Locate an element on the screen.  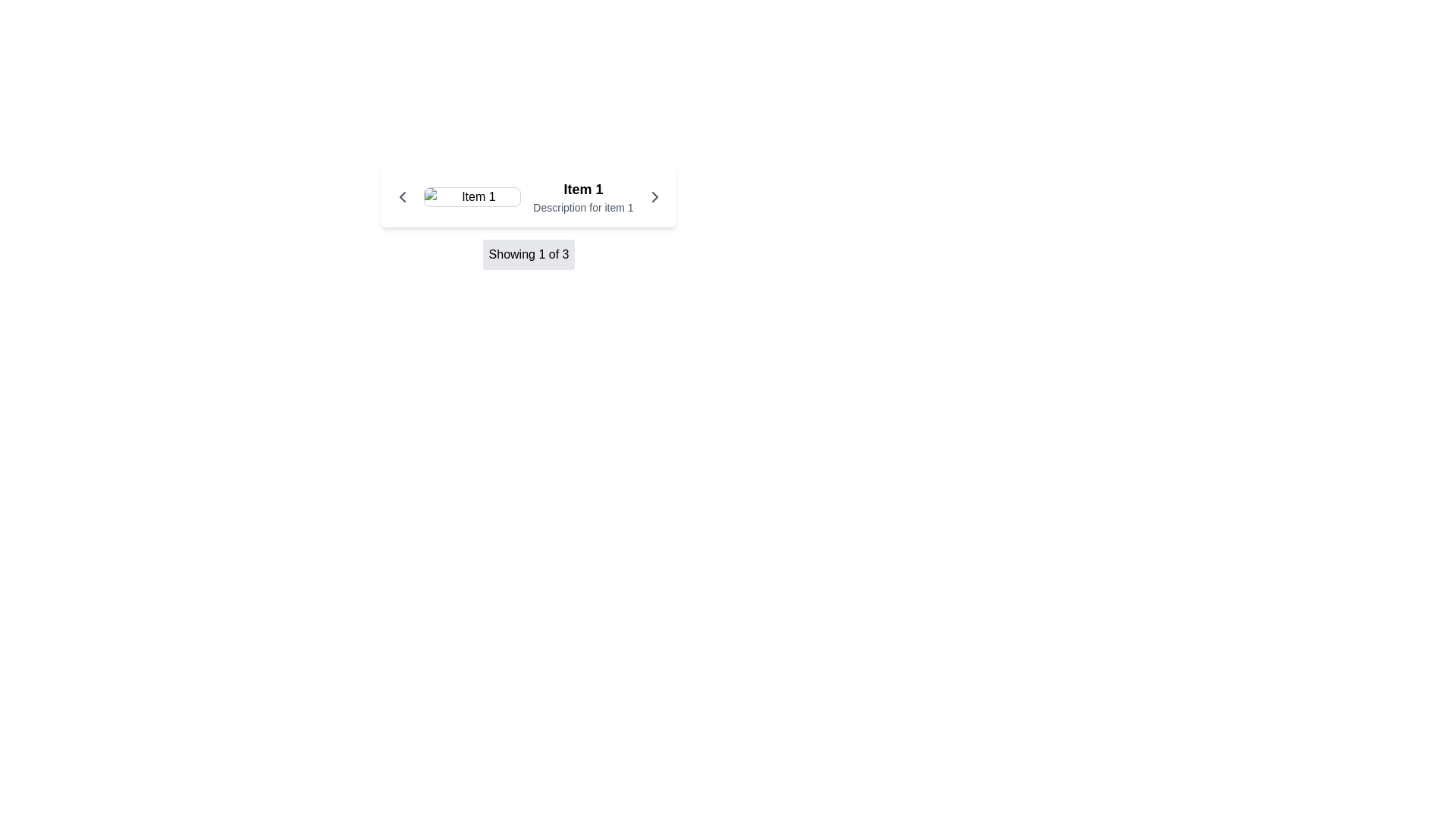
information displayed in the label element that shows 'Showing 1 of 3' located in a light gray rounded rectangle below the navigation section is located at coordinates (529, 253).